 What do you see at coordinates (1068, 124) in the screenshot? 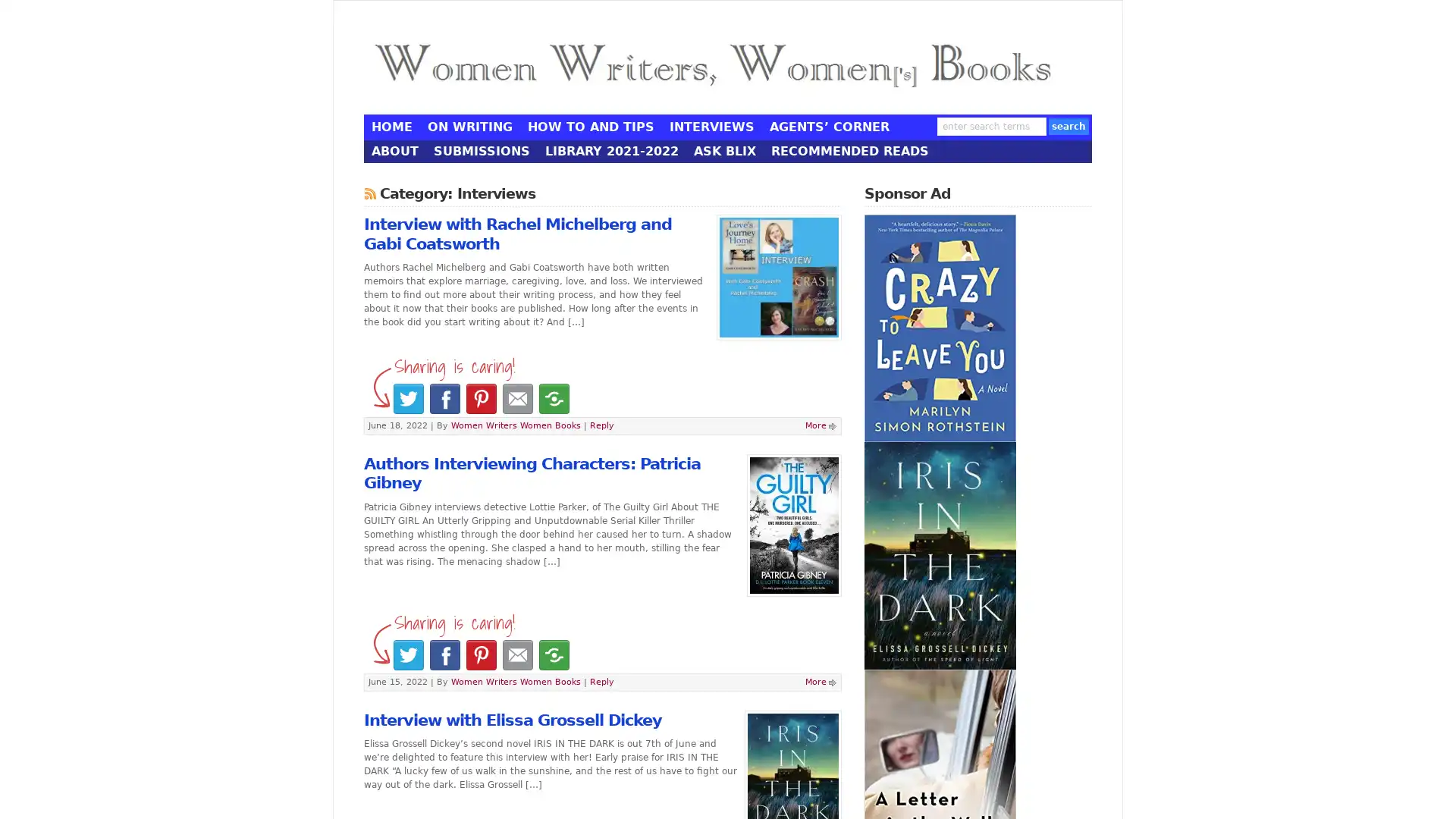
I see `search` at bounding box center [1068, 124].